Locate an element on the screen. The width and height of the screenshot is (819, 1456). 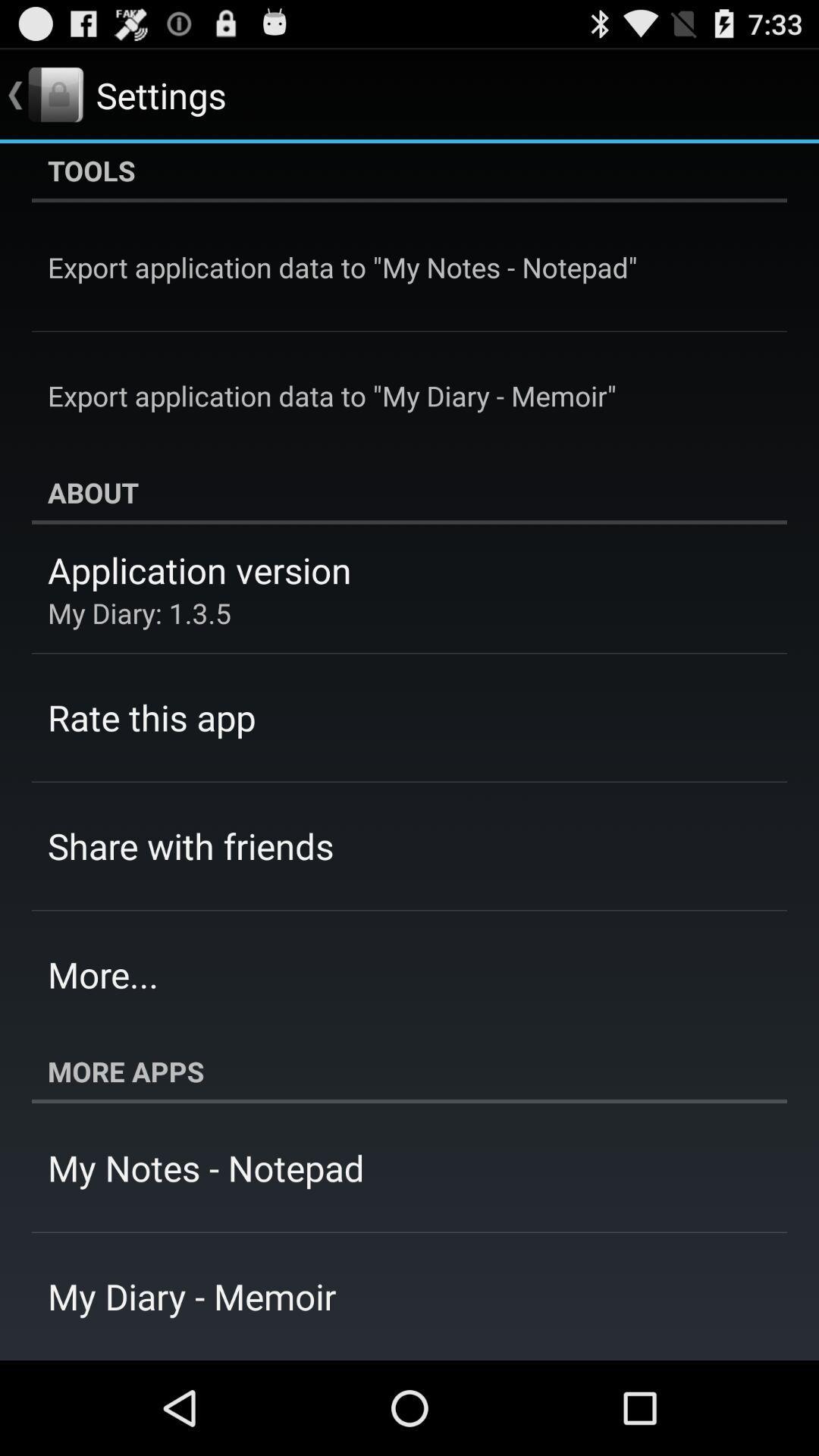
the icon above my notes - notepad app is located at coordinates (409, 1070).